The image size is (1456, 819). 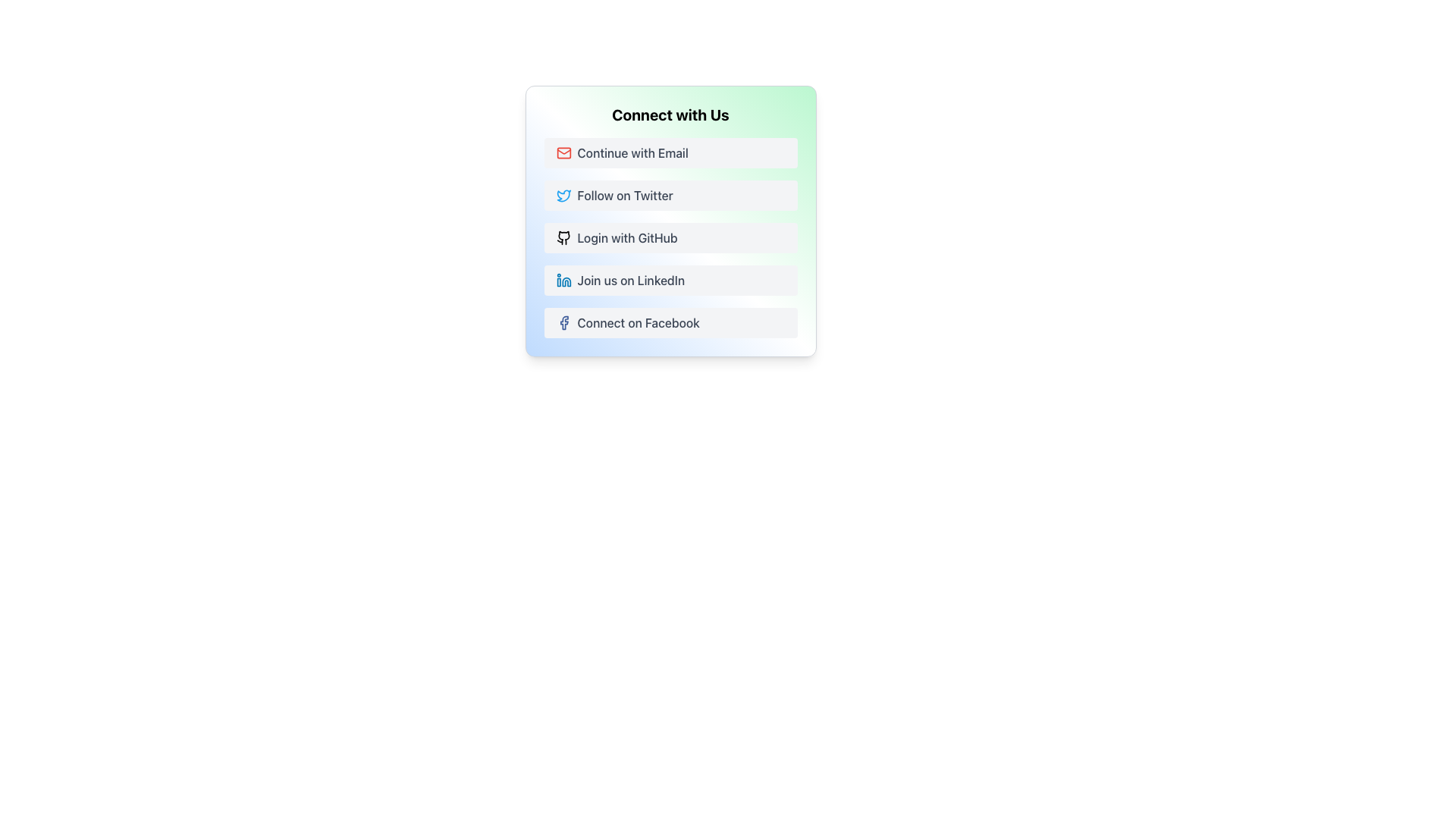 I want to click on the second button in the Vertical Button Group under the 'Connect with Us' section, so click(x=670, y=237).